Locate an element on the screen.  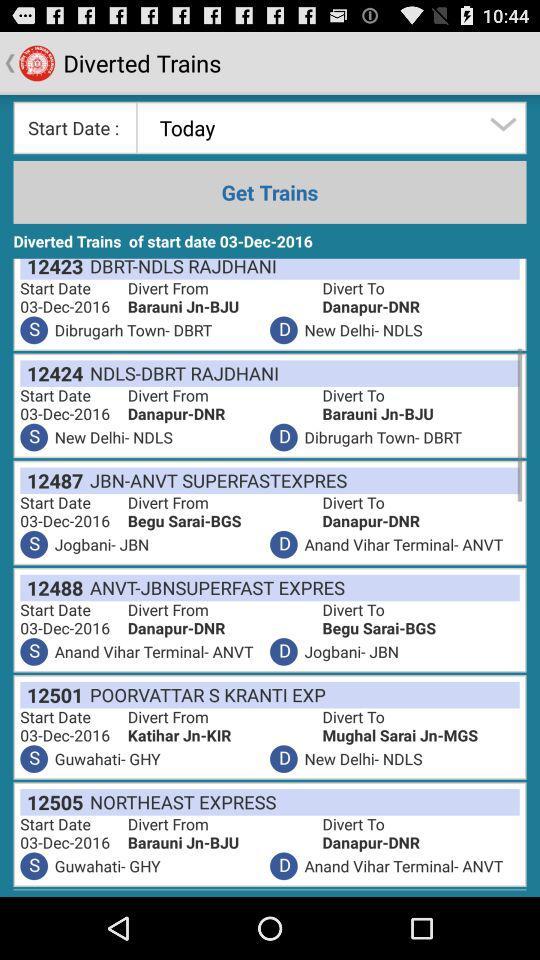
the anvt-jbnsuperfast expres is located at coordinates (213, 587).